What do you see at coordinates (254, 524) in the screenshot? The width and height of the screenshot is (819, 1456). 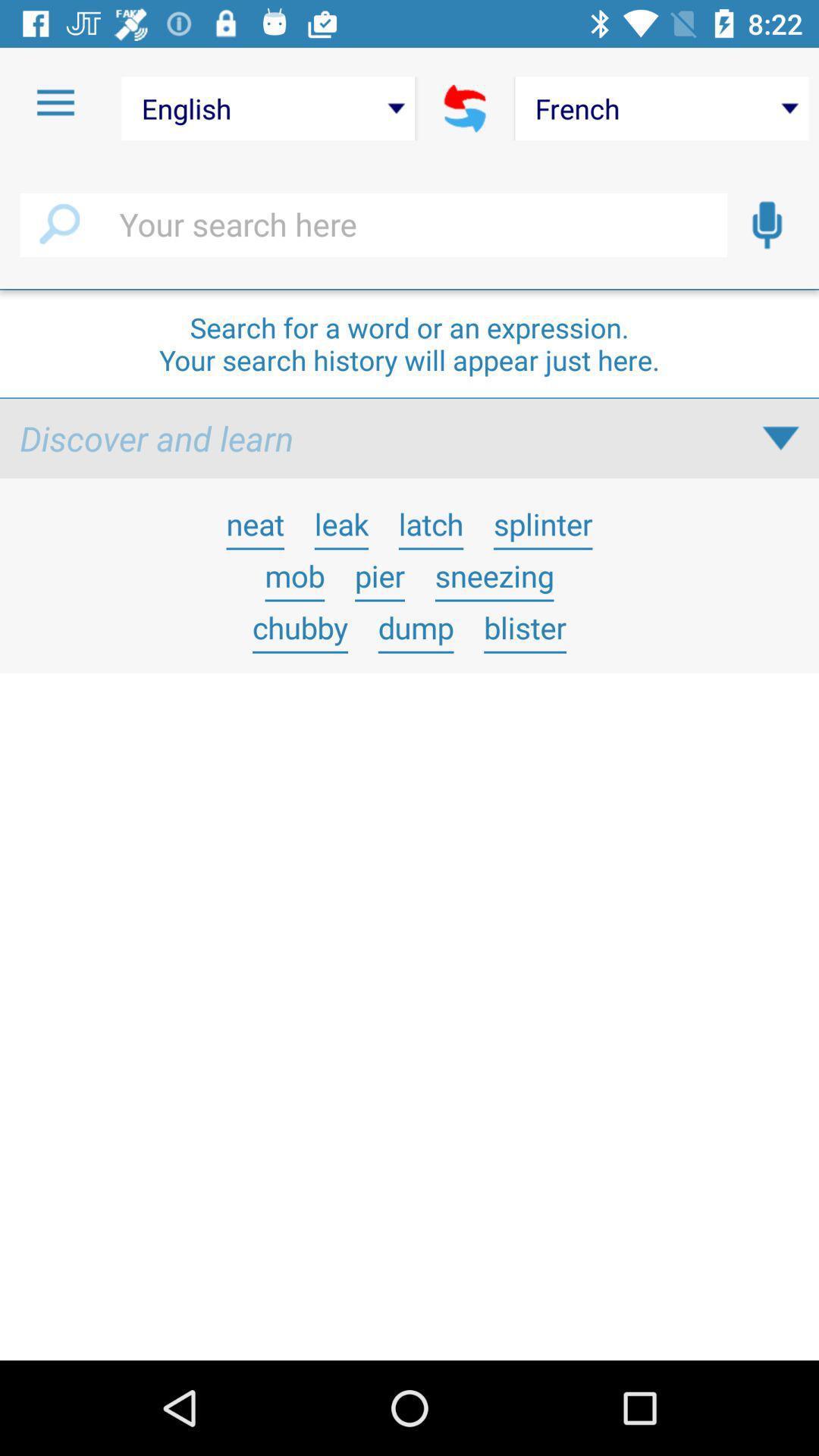 I see `the item above the mob item` at bounding box center [254, 524].